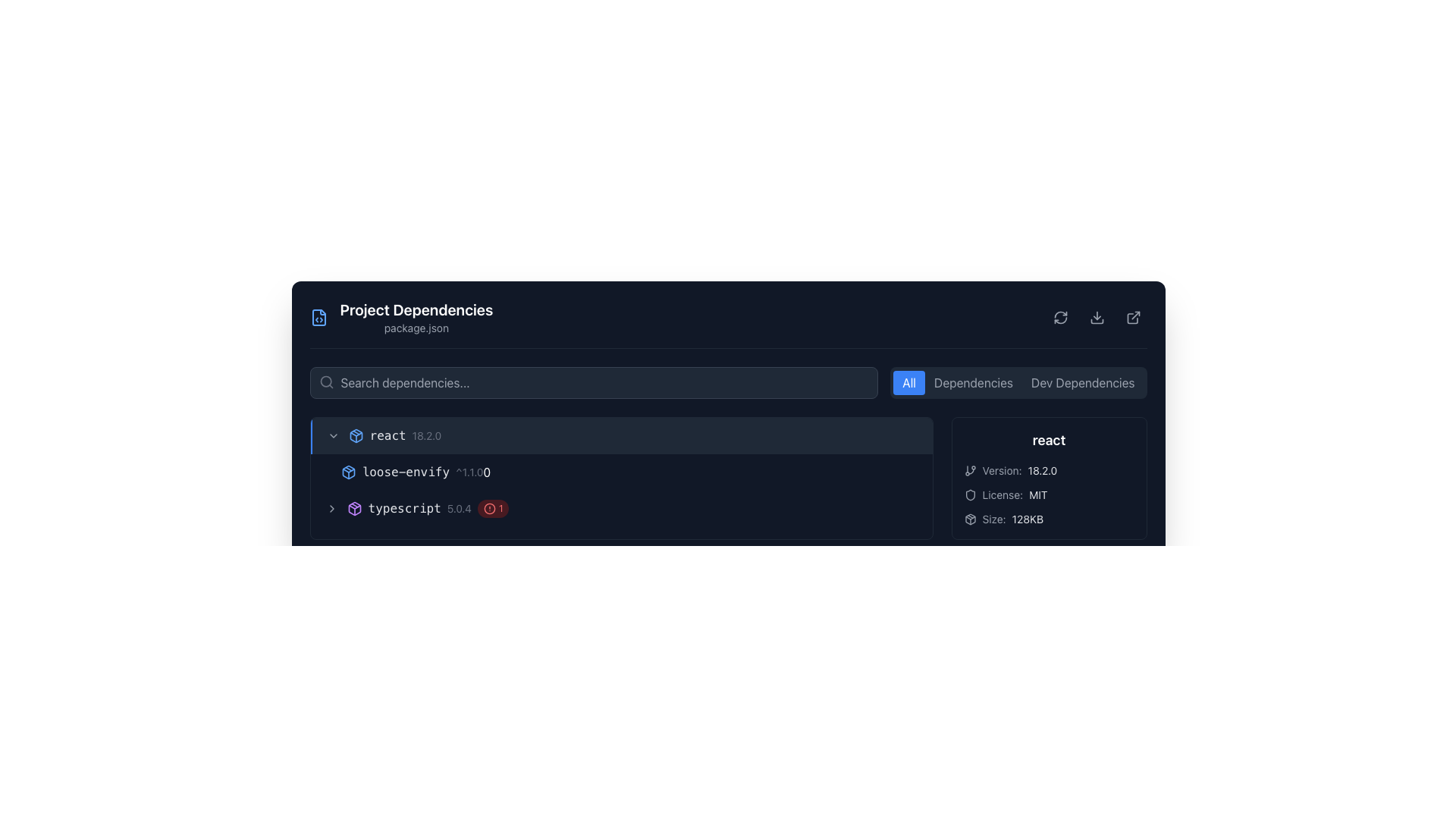 Image resolution: width=1456 pixels, height=819 pixels. What do you see at coordinates (1003, 494) in the screenshot?
I see `the 'License:' label, which is a small, gray text element located in the right section under the 'react' dependency details, positioned second from the left in a horizontal group` at bounding box center [1003, 494].